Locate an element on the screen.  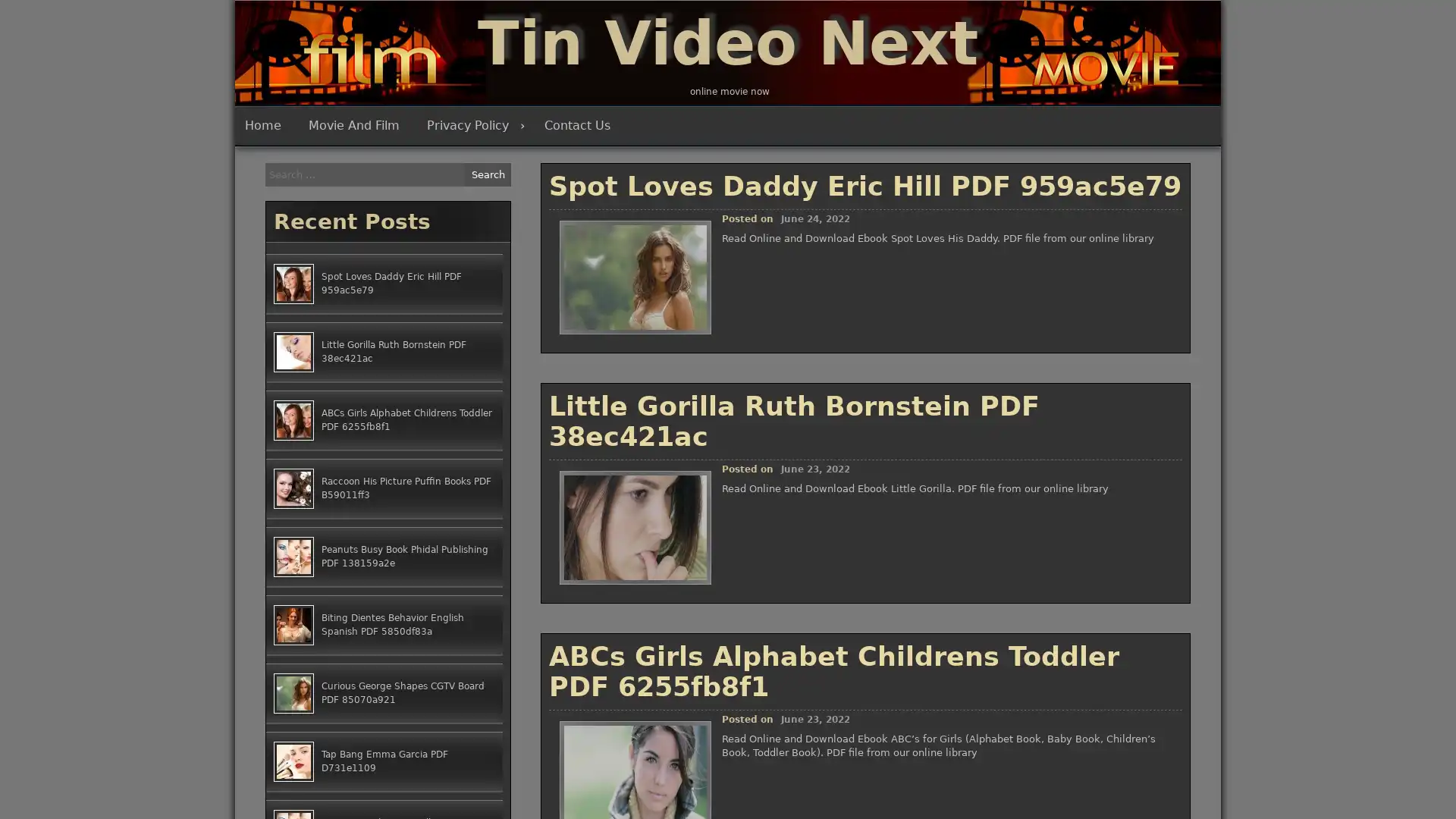
Search is located at coordinates (488, 174).